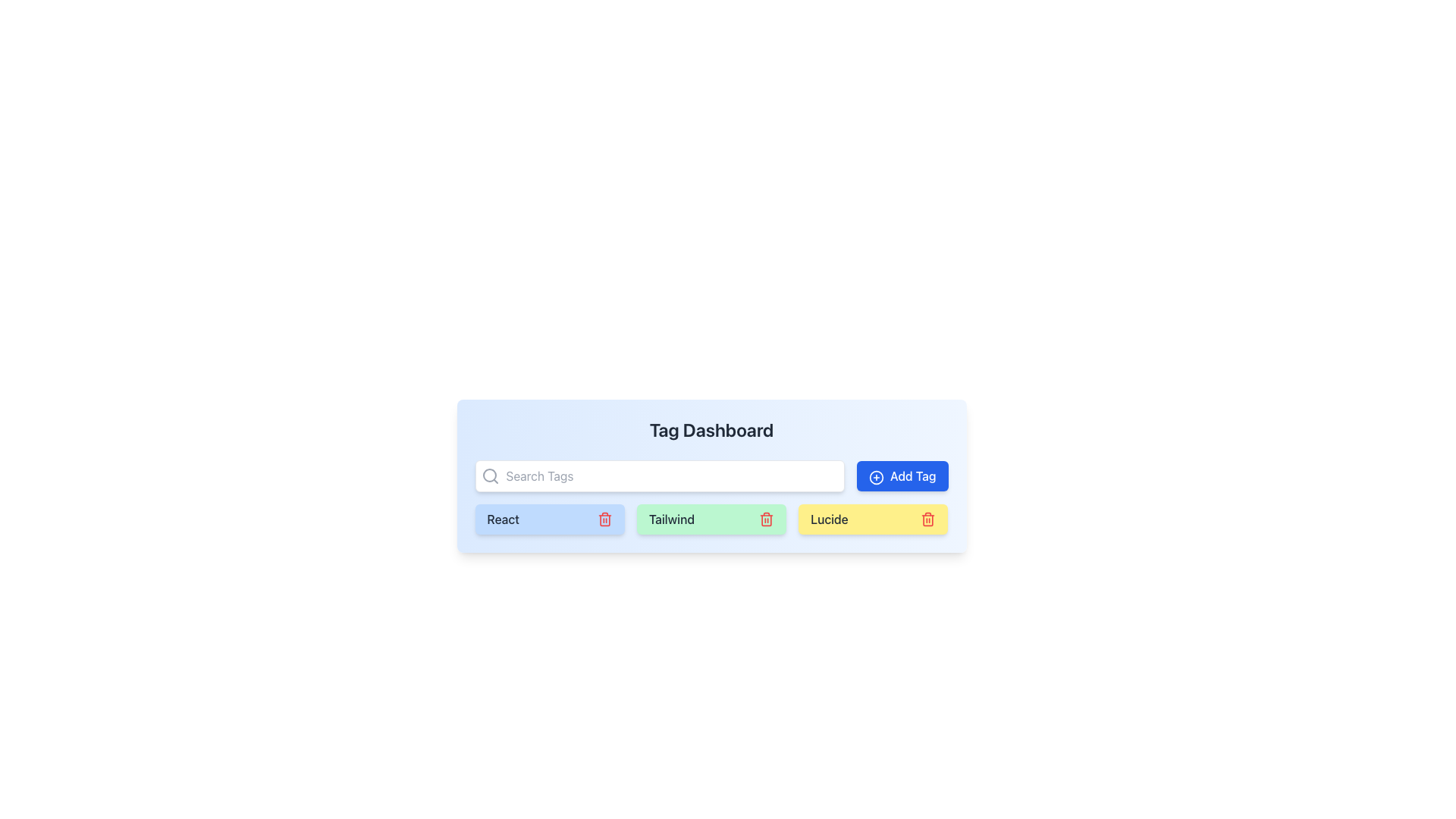 The image size is (1456, 819). What do you see at coordinates (489, 475) in the screenshot?
I see `the SVG circle element that is part of the search-related UI component, located to the left of the 'Search Tags' input placeholder` at bounding box center [489, 475].